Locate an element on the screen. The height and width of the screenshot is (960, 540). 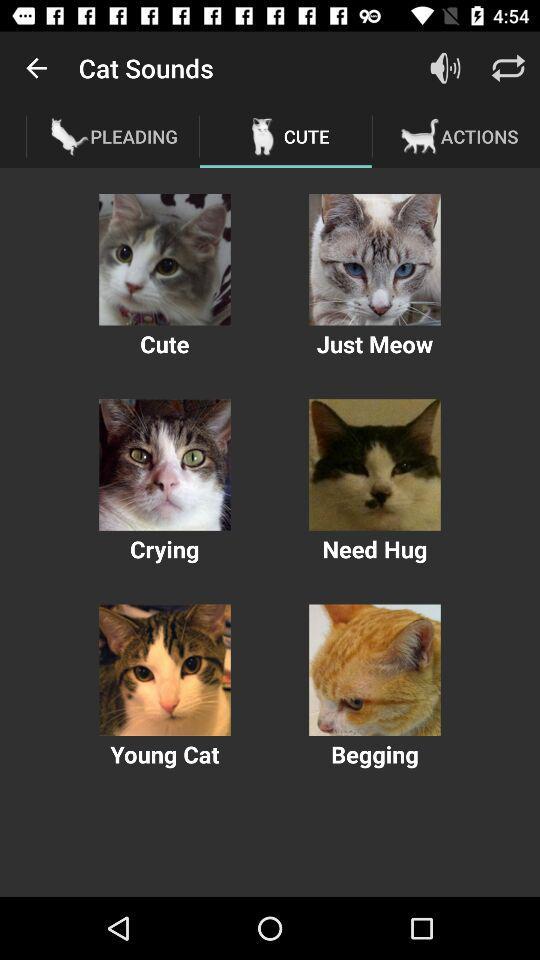
plays sound of cat begging is located at coordinates (374, 670).